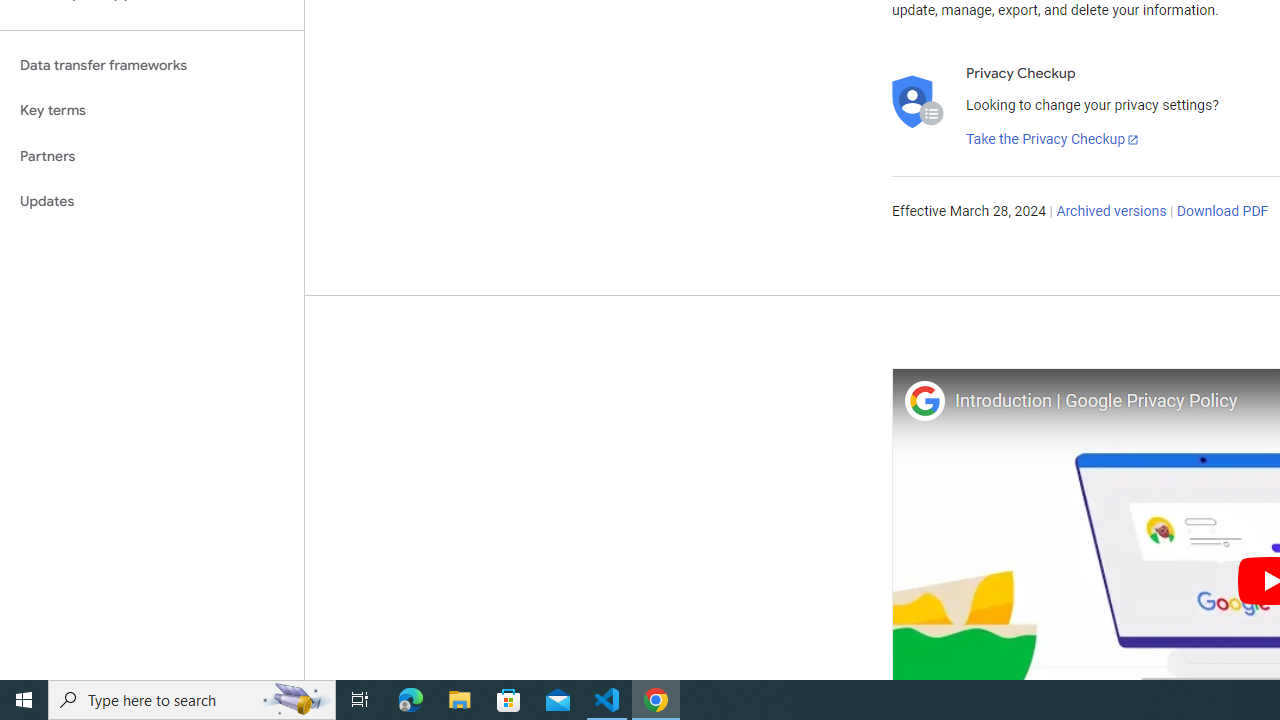 The height and width of the screenshot is (720, 1280). What do you see at coordinates (151, 110) in the screenshot?
I see `'Key terms'` at bounding box center [151, 110].